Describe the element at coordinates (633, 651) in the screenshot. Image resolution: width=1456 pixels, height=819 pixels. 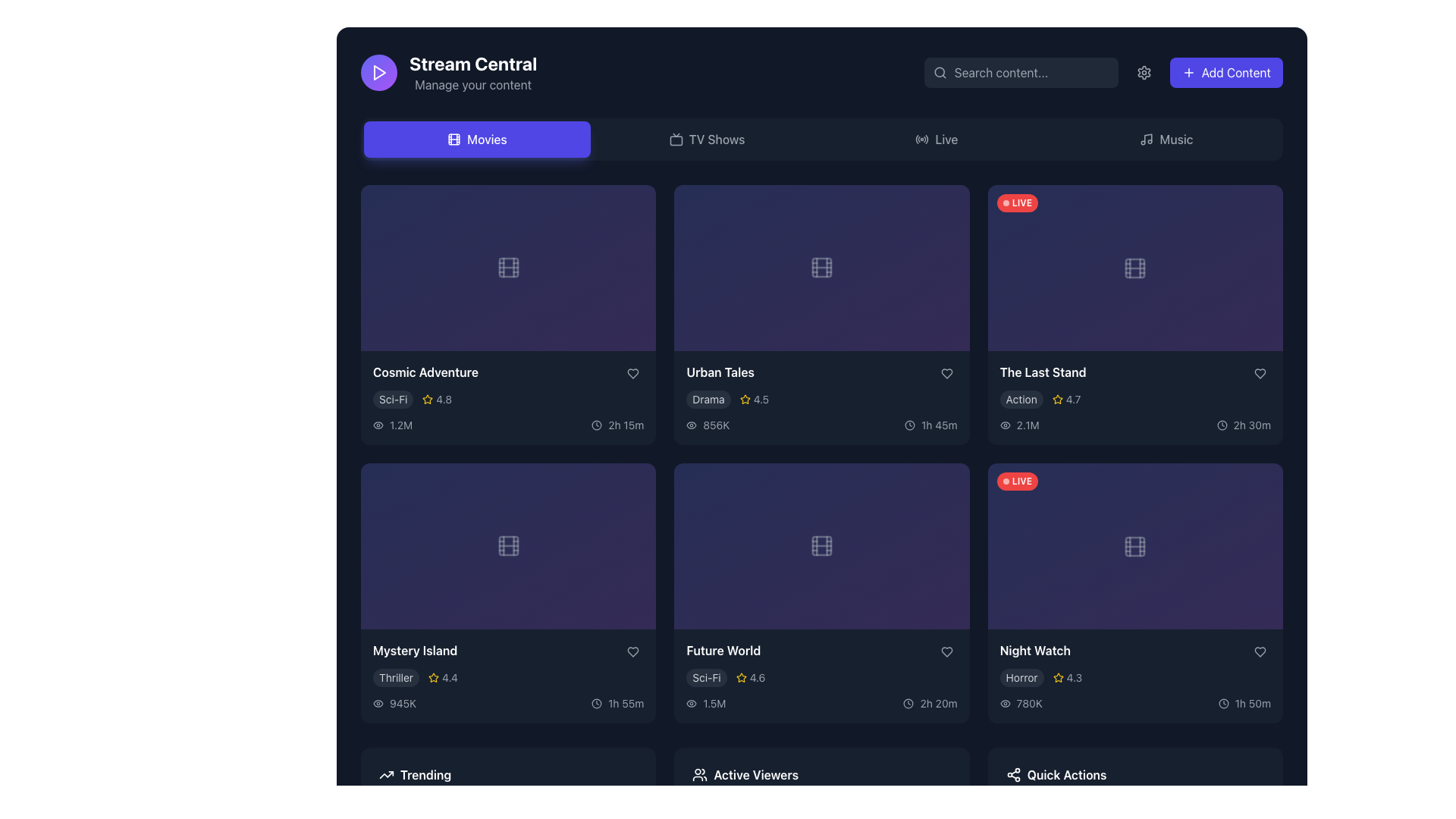
I see `the heart-shaped icon located at the bottom-right corner of the 'Mystery Island' content card to mark or unmark it as favorite` at that location.